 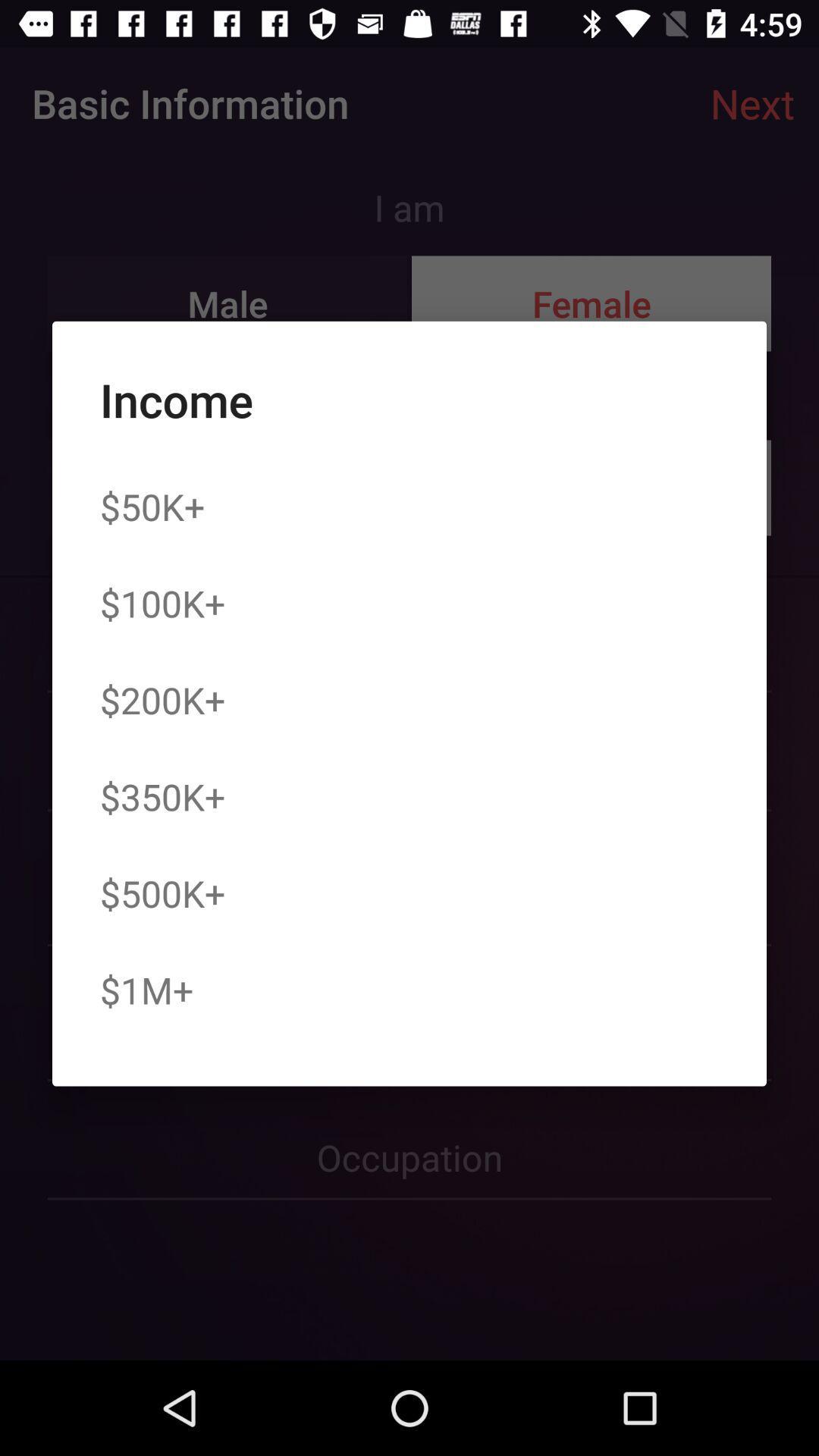 I want to click on $100k+ icon, so click(x=162, y=602).